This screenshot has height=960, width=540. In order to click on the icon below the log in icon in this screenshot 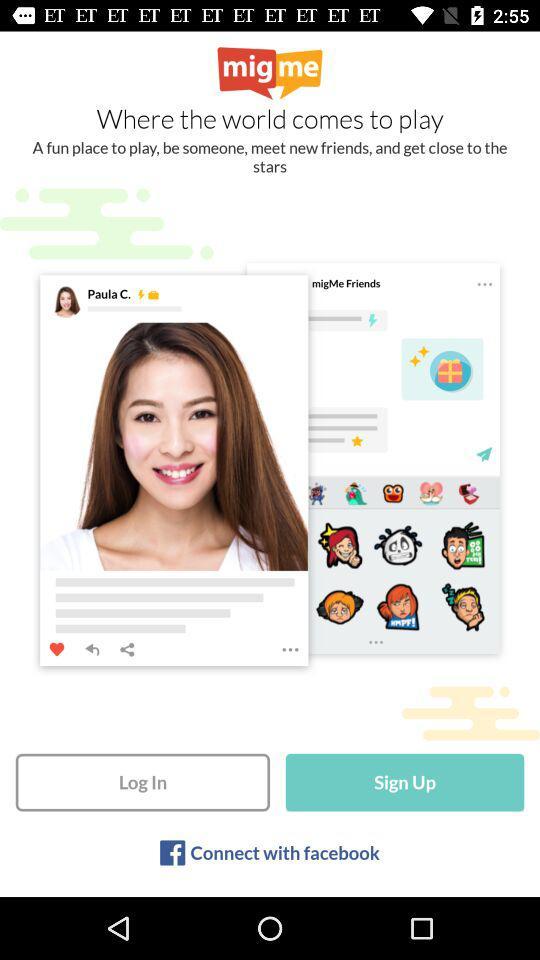, I will do `click(284, 851)`.